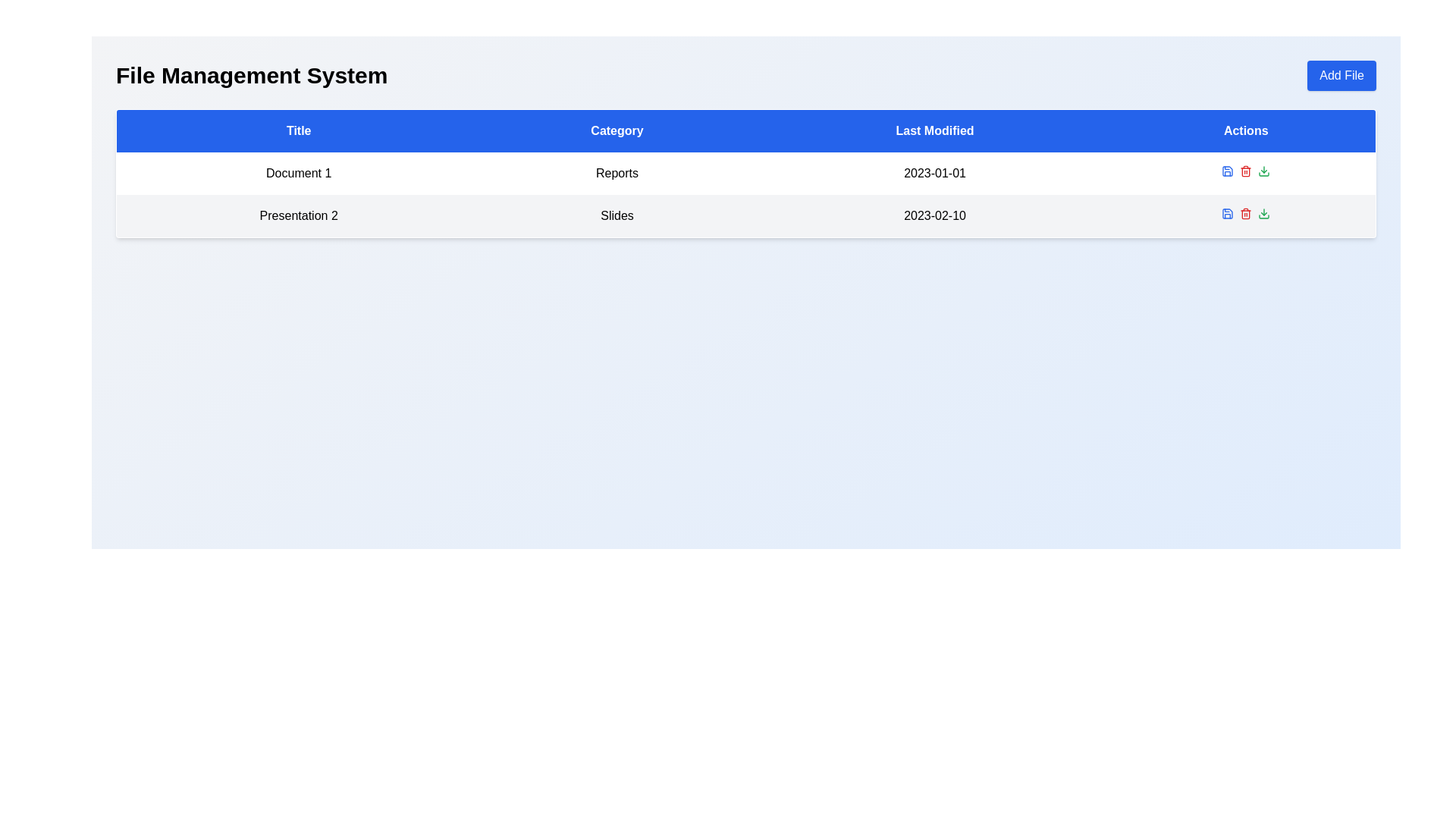 Image resolution: width=1456 pixels, height=819 pixels. I want to click on the 'Save' icon located in the 'Actions' column of the second row in the table, which is part of a grouped SVG element, so click(1228, 171).